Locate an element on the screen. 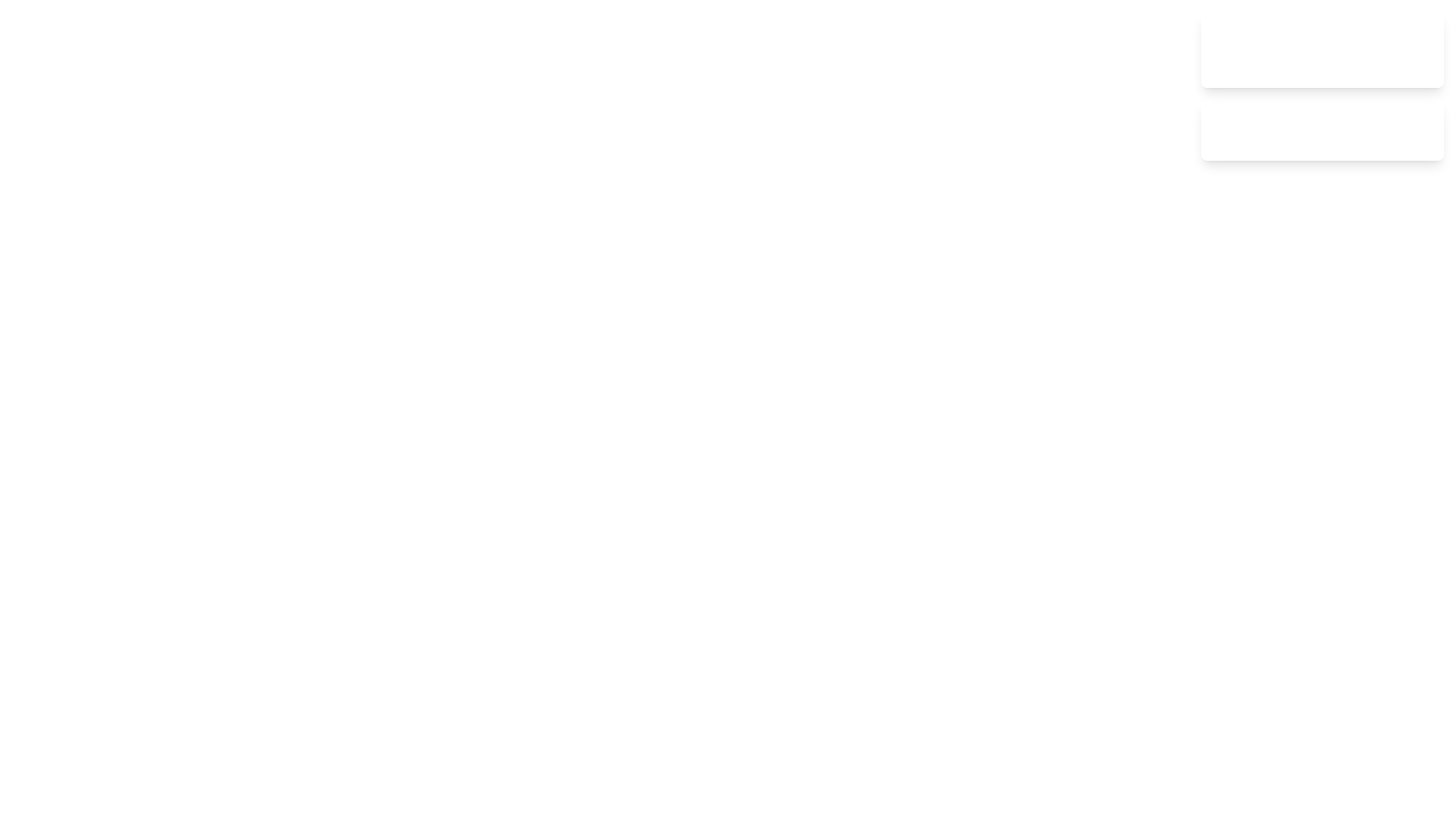 The height and width of the screenshot is (819, 1456). the close button of the notification to dismiss it is located at coordinates (1423, 49).